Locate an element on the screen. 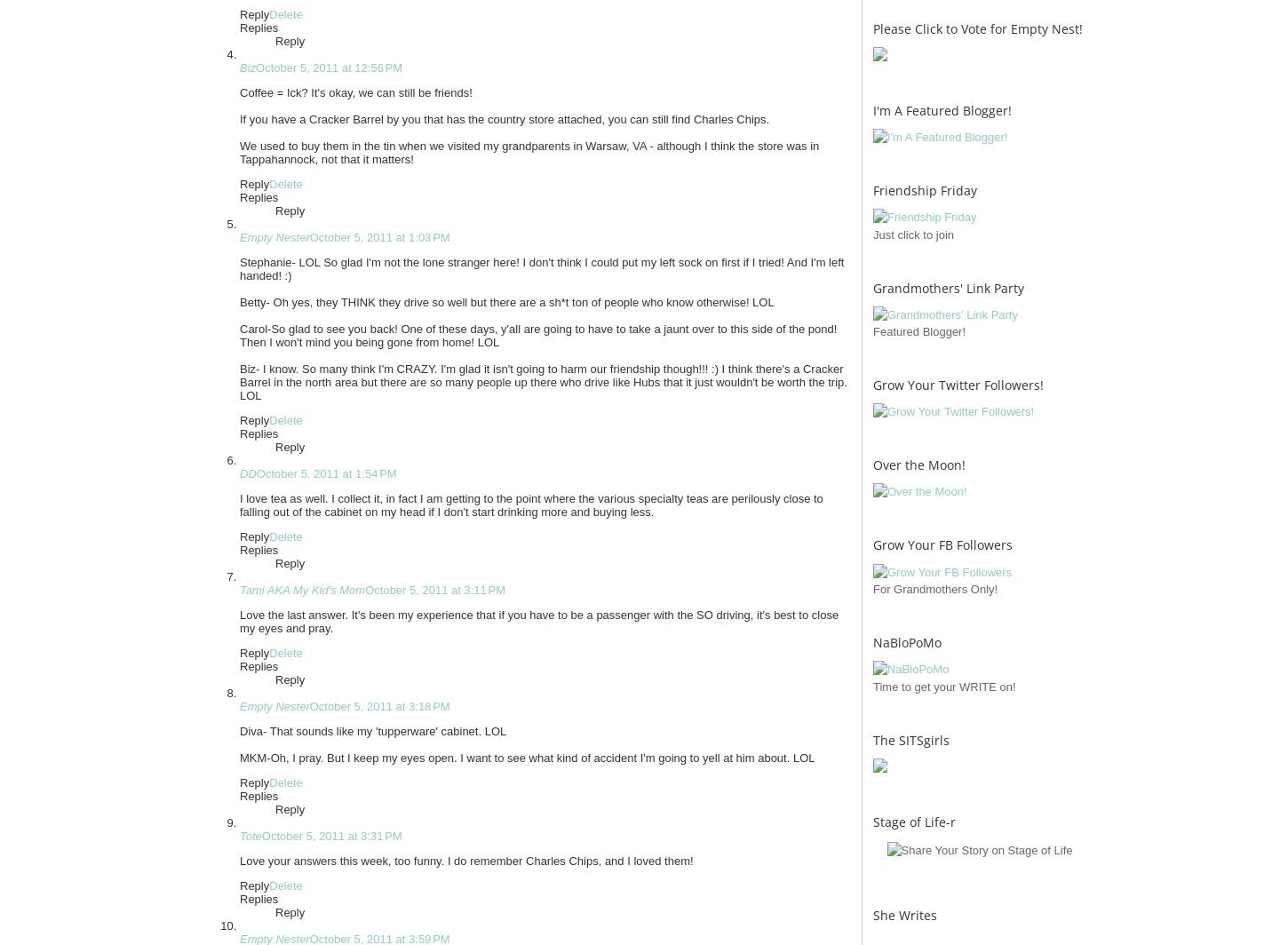  'Please Click to Vote for Empty Nest!' is located at coordinates (976, 28).